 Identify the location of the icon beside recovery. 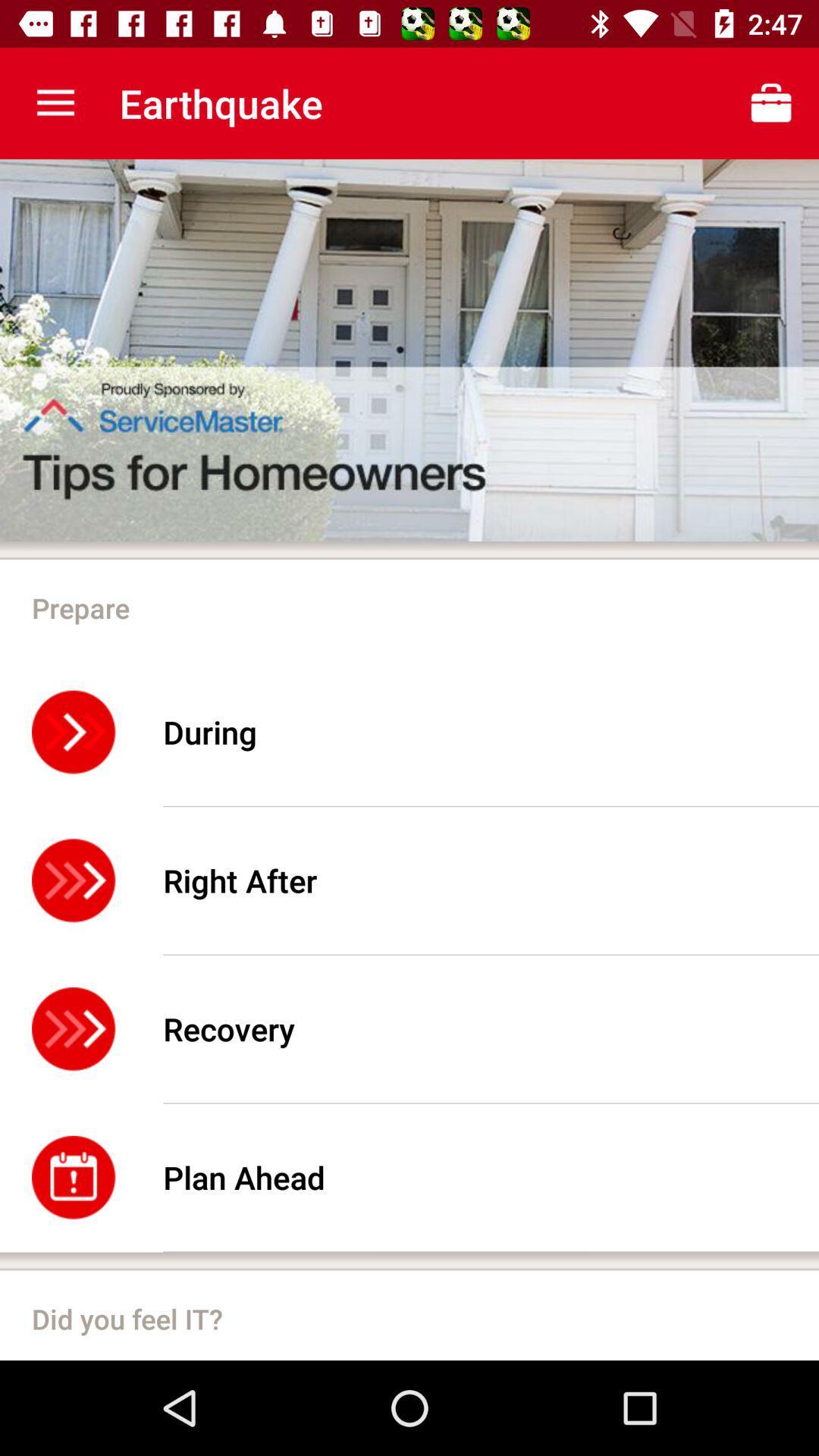
(73, 1029).